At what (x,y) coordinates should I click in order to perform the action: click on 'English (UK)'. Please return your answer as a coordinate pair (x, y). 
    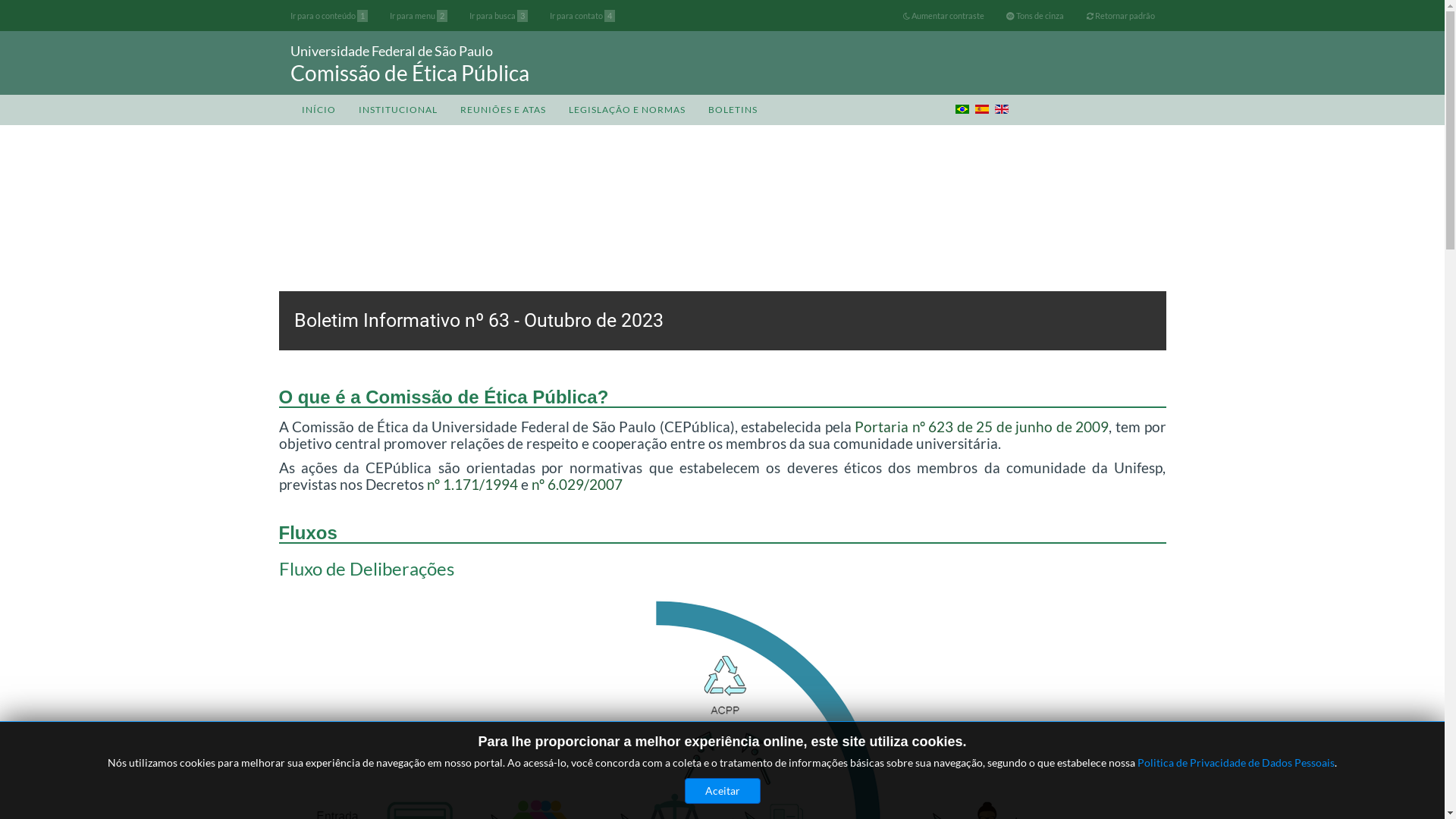
    Looking at the image, I should click on (1001, 108).